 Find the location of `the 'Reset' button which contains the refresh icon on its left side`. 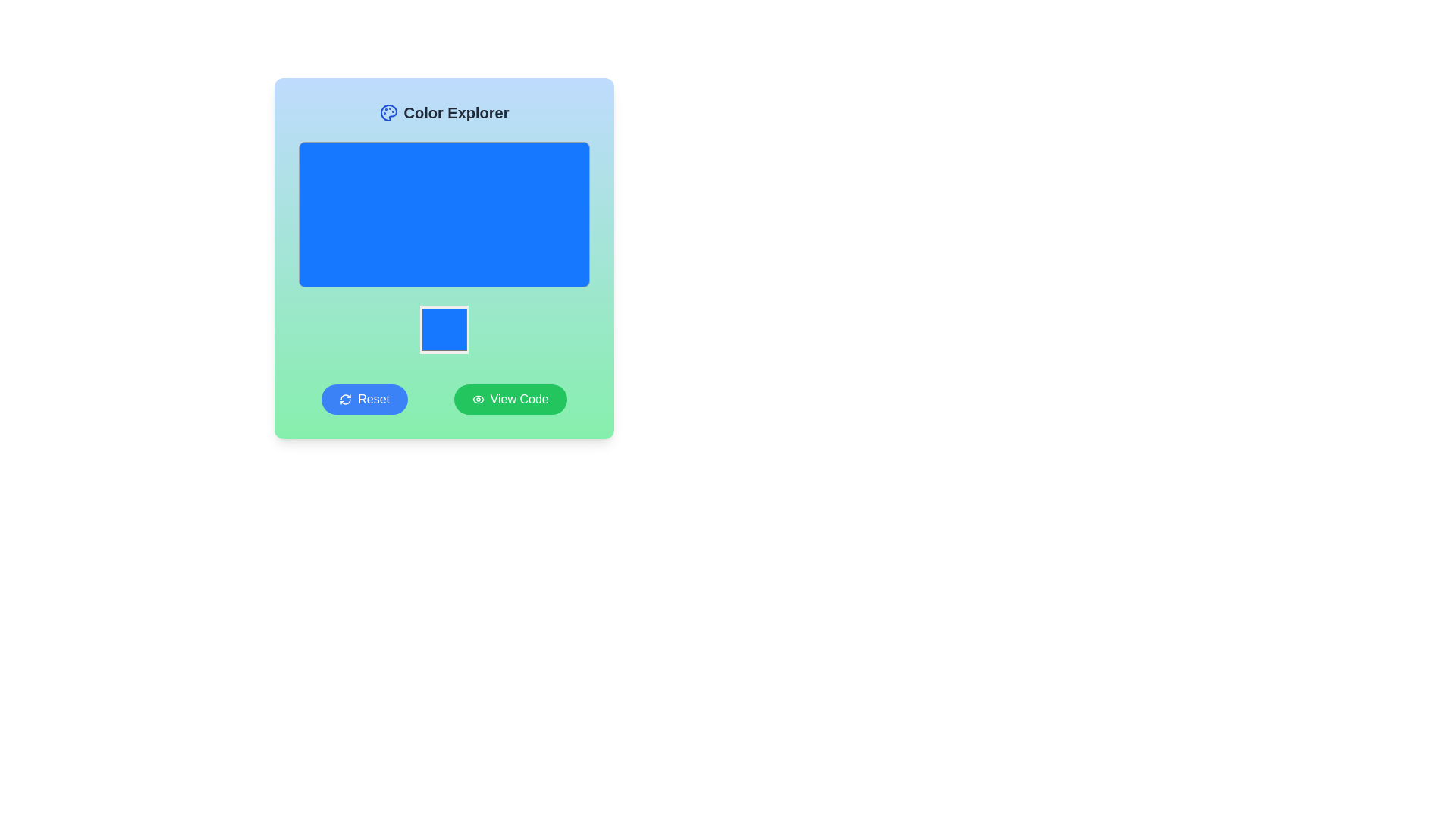

the 'Reset' button which contains the refresh icon on its left side is located at coordinates (345, 399).